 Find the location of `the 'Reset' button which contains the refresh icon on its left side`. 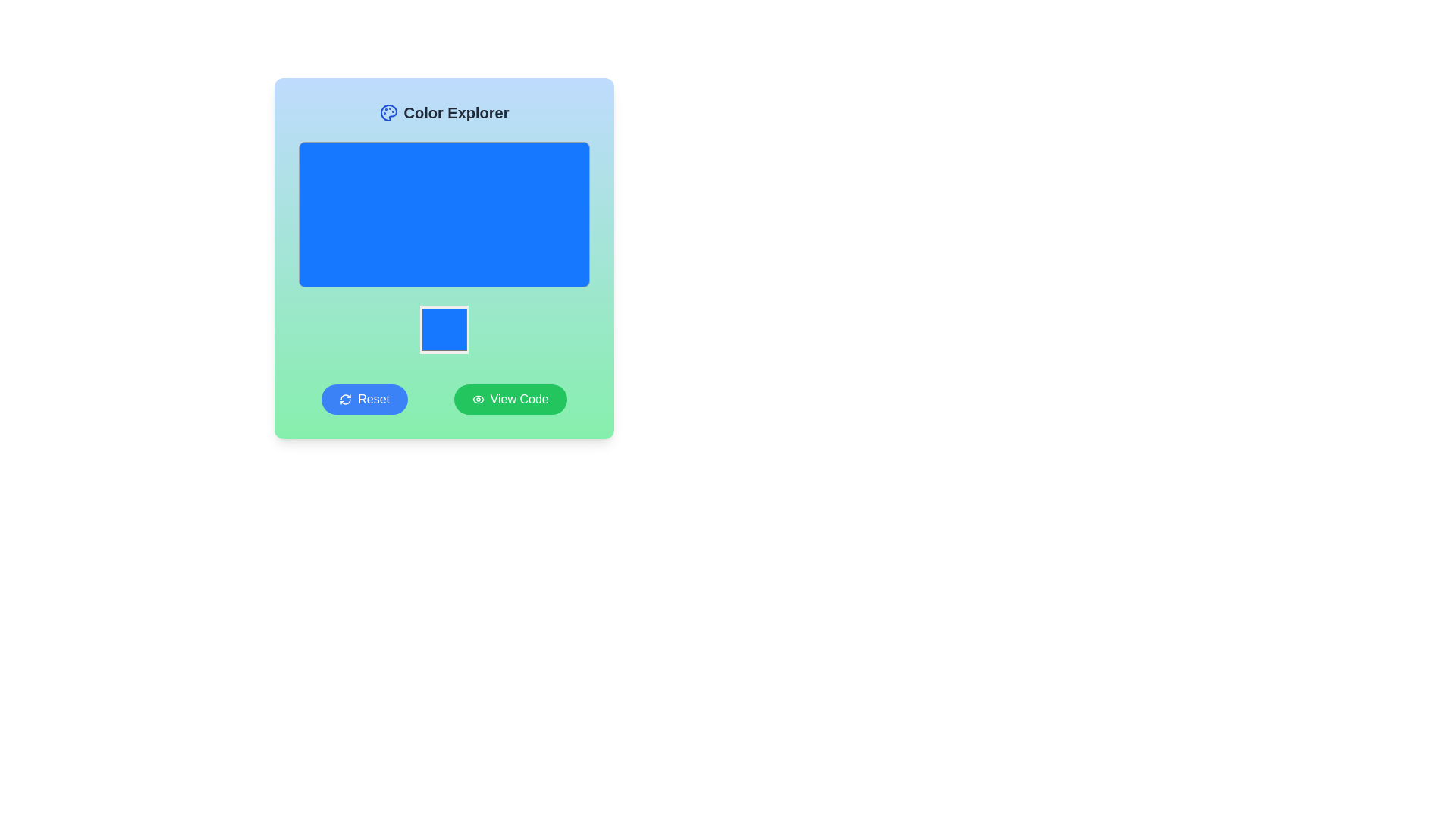

the 'Reset' button which contains the refresh icon on its left side is located at coordinates (345, 399).